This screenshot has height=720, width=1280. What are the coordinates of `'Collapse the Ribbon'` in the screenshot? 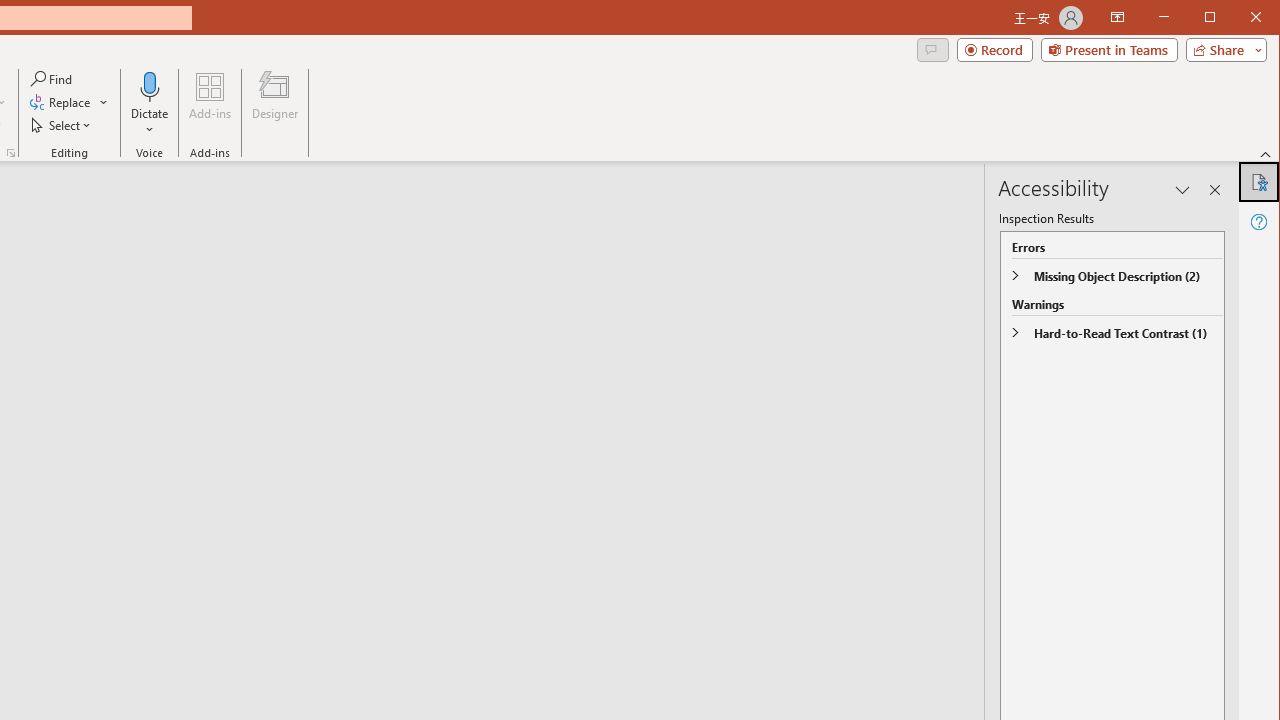 It's located at (1265, 153).